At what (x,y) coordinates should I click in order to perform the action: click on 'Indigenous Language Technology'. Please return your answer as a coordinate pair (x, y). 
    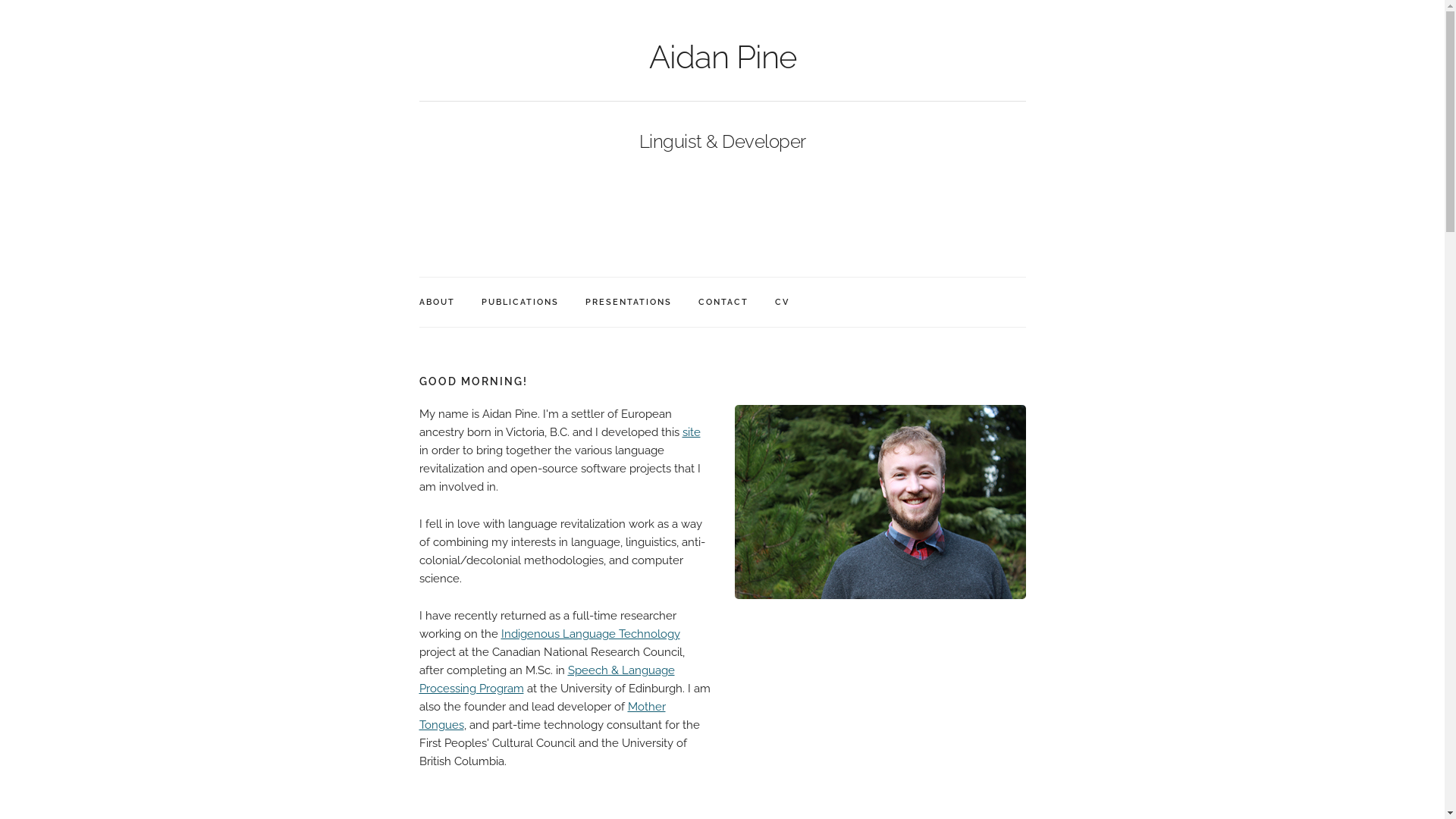
    Looking at the image, I should click on (588, 634).